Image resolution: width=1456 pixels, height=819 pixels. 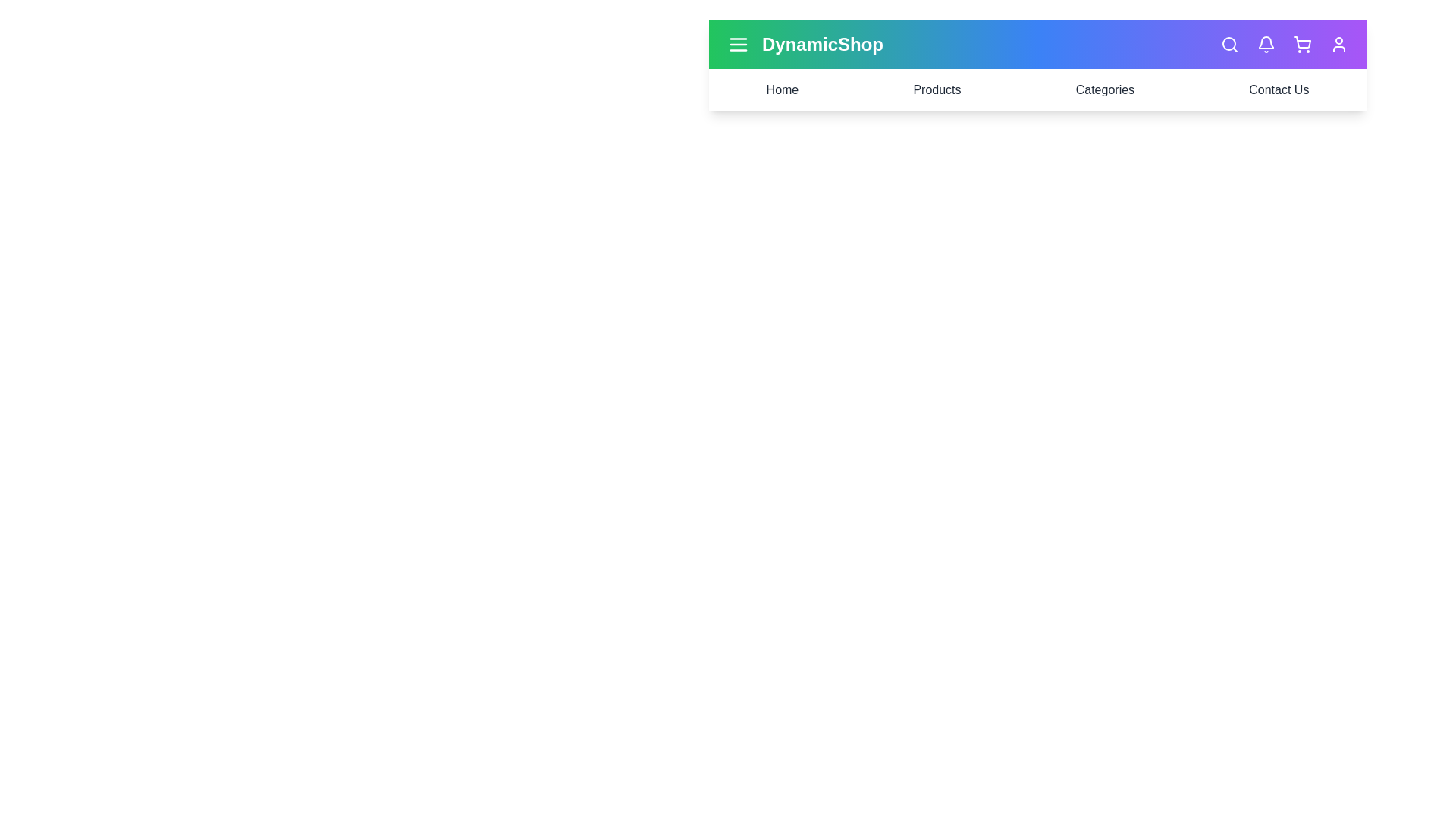 What do you see at coordinates (936, 90) in the screenshot?
I see `the navigation link labeled Products` at bounding box center [936, 90].